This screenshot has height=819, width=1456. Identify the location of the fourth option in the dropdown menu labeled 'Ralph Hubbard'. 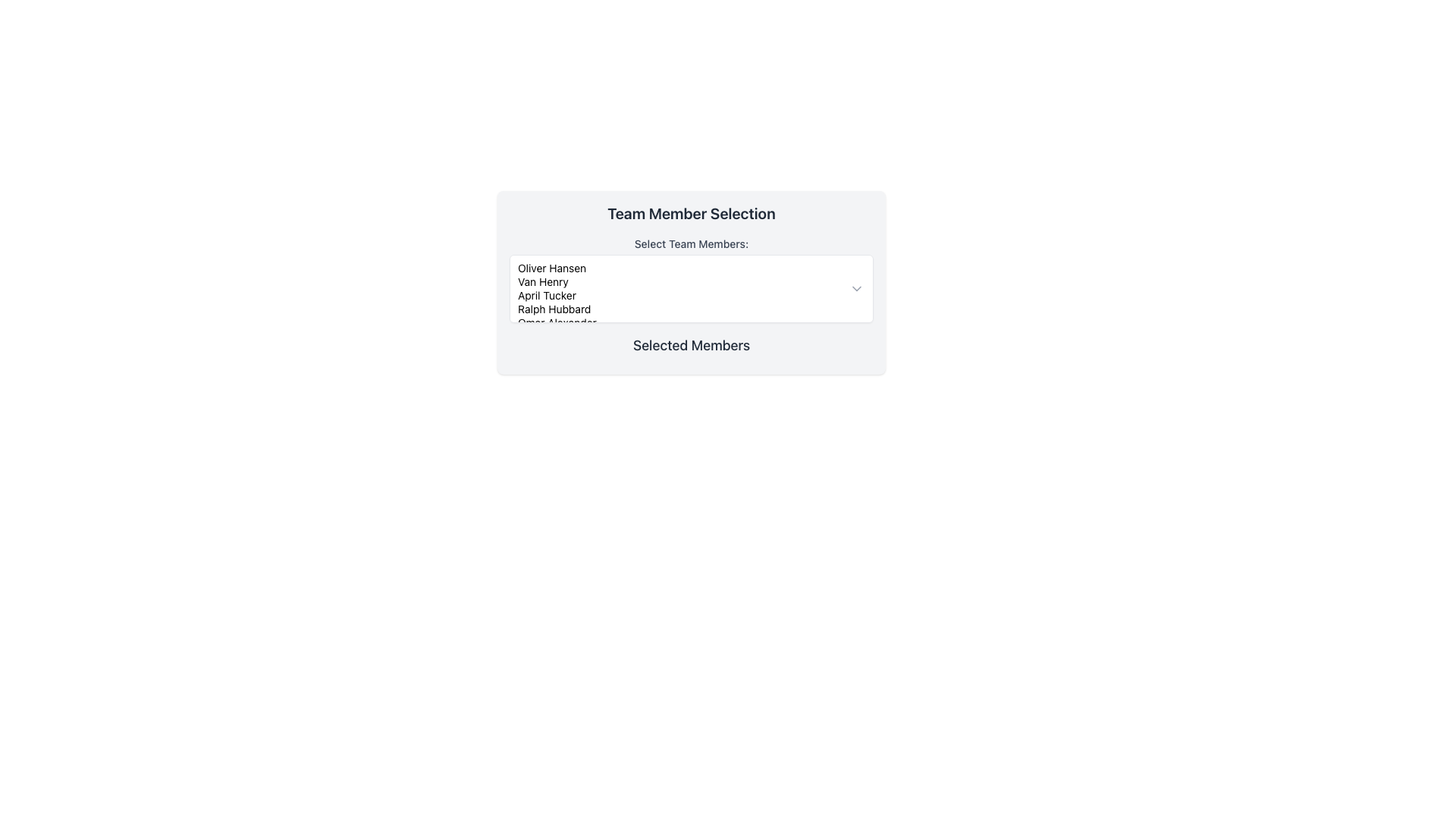
(679, 309).